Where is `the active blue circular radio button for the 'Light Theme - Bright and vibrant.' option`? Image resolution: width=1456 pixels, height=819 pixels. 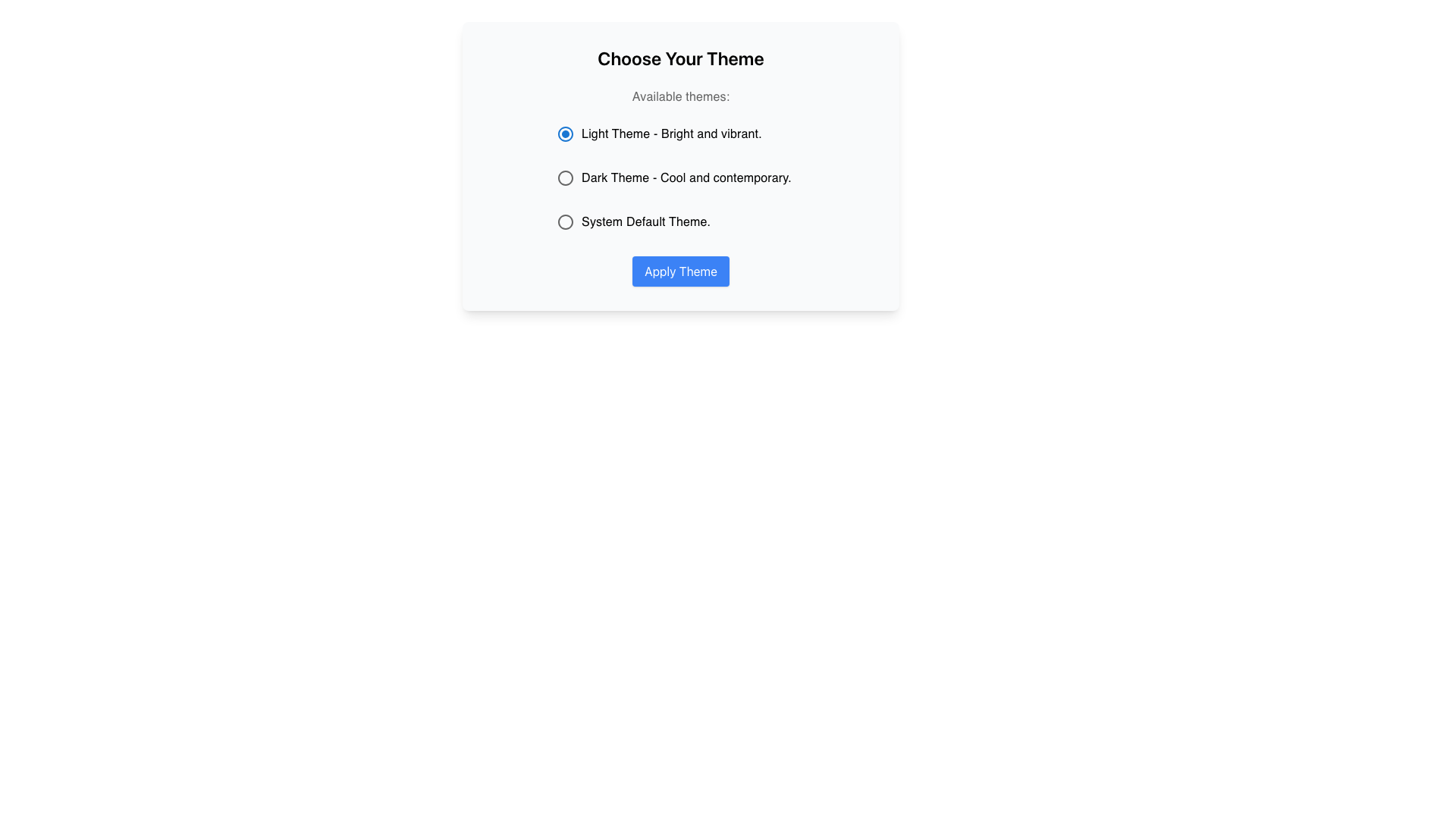
the active blue circular radio button for the 'Light Theme - Bright and vibrant.' option is located at coordinates (565, 133).